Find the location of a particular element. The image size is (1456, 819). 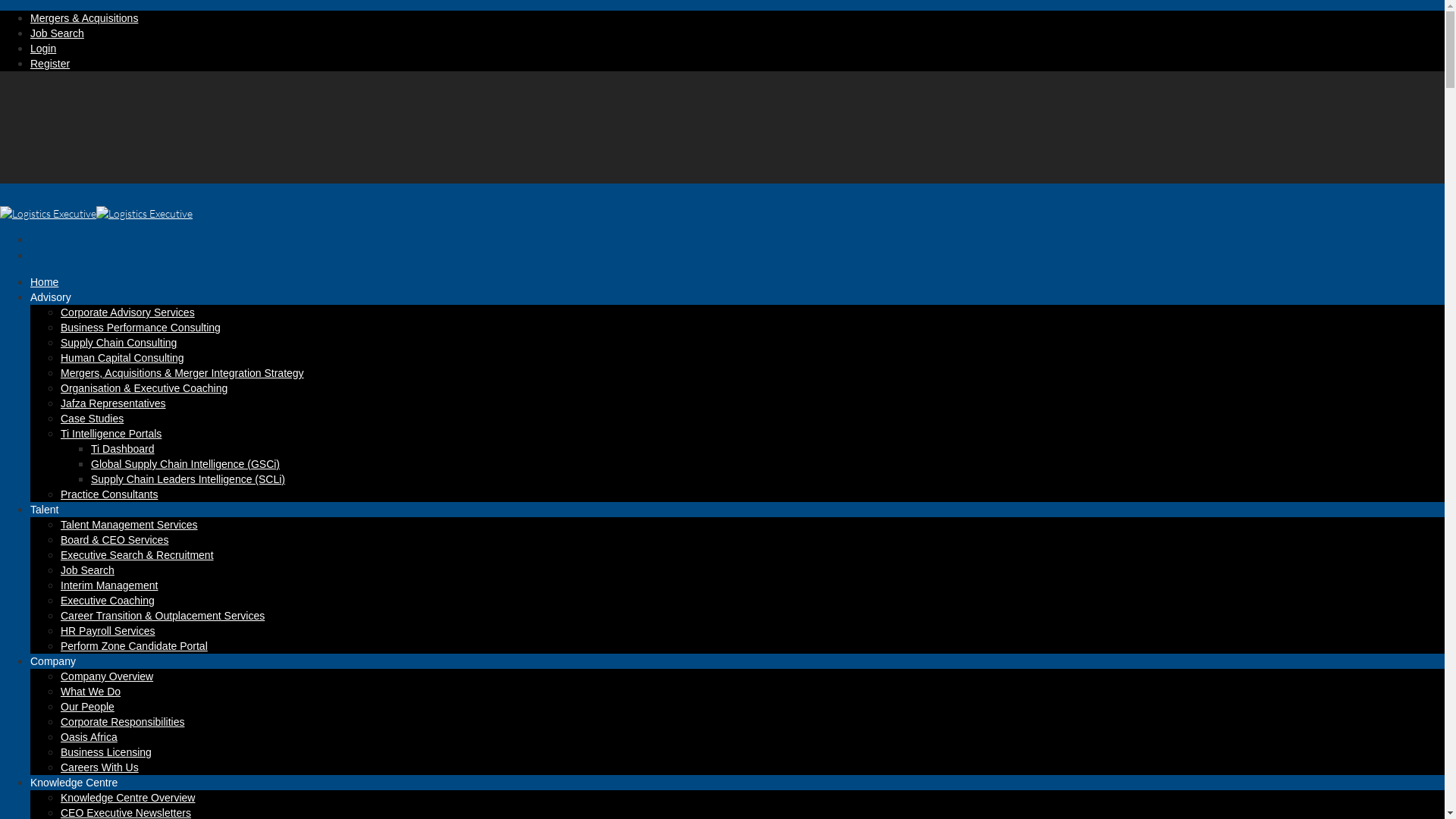

'Corporate Advisory Services' is located at coordinates (127, 312).